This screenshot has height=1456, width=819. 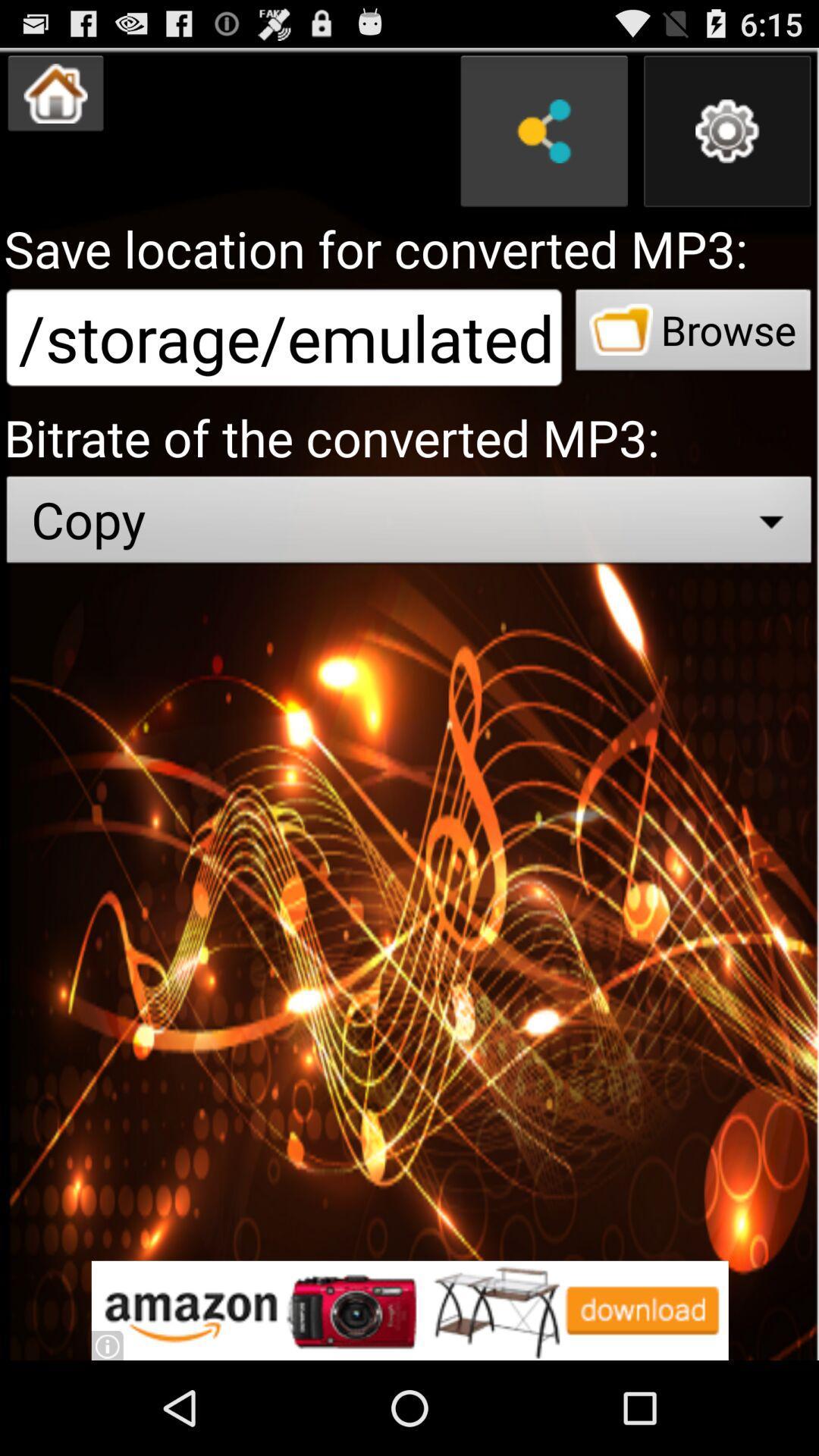 What do you see at coordinates (409, 1310) in the screenshot?
I see `for adverisment` at bounding box center [409, 1310].